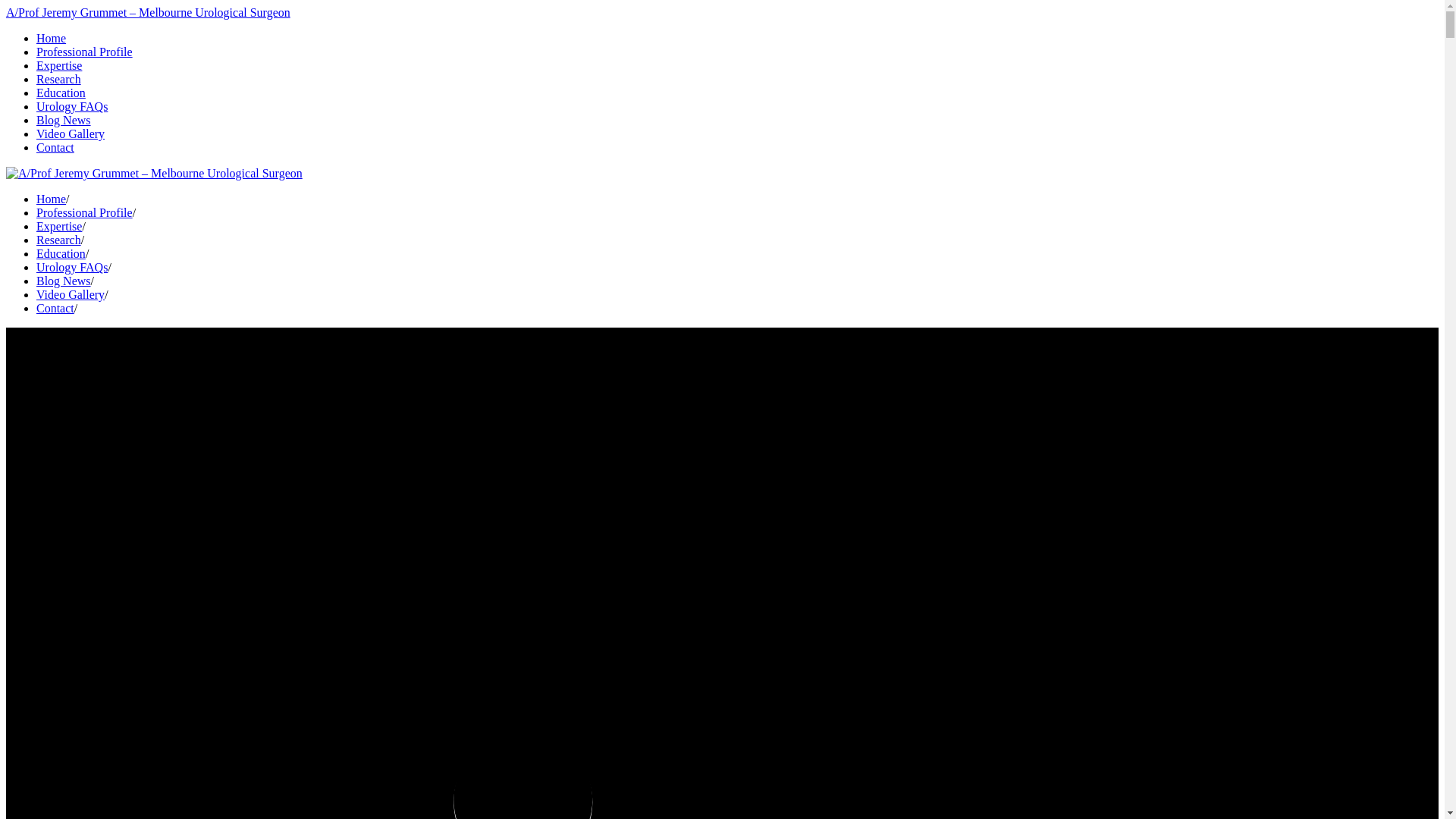 Image resolution: width=1456 pixels, height=819 pixels. I want to click on 'Education', so click(36, 93).